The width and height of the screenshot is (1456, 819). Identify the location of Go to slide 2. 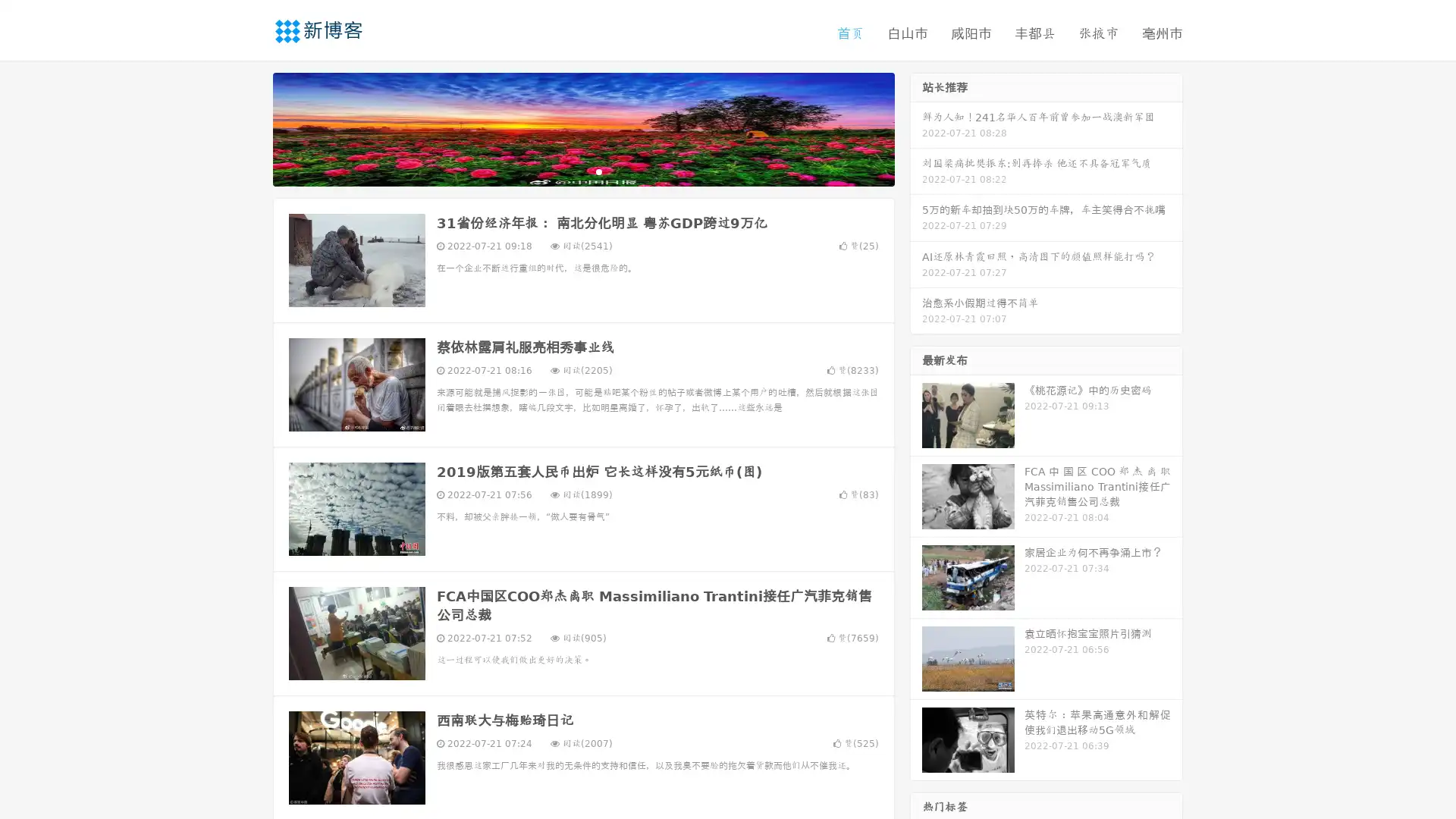
(582, 171).